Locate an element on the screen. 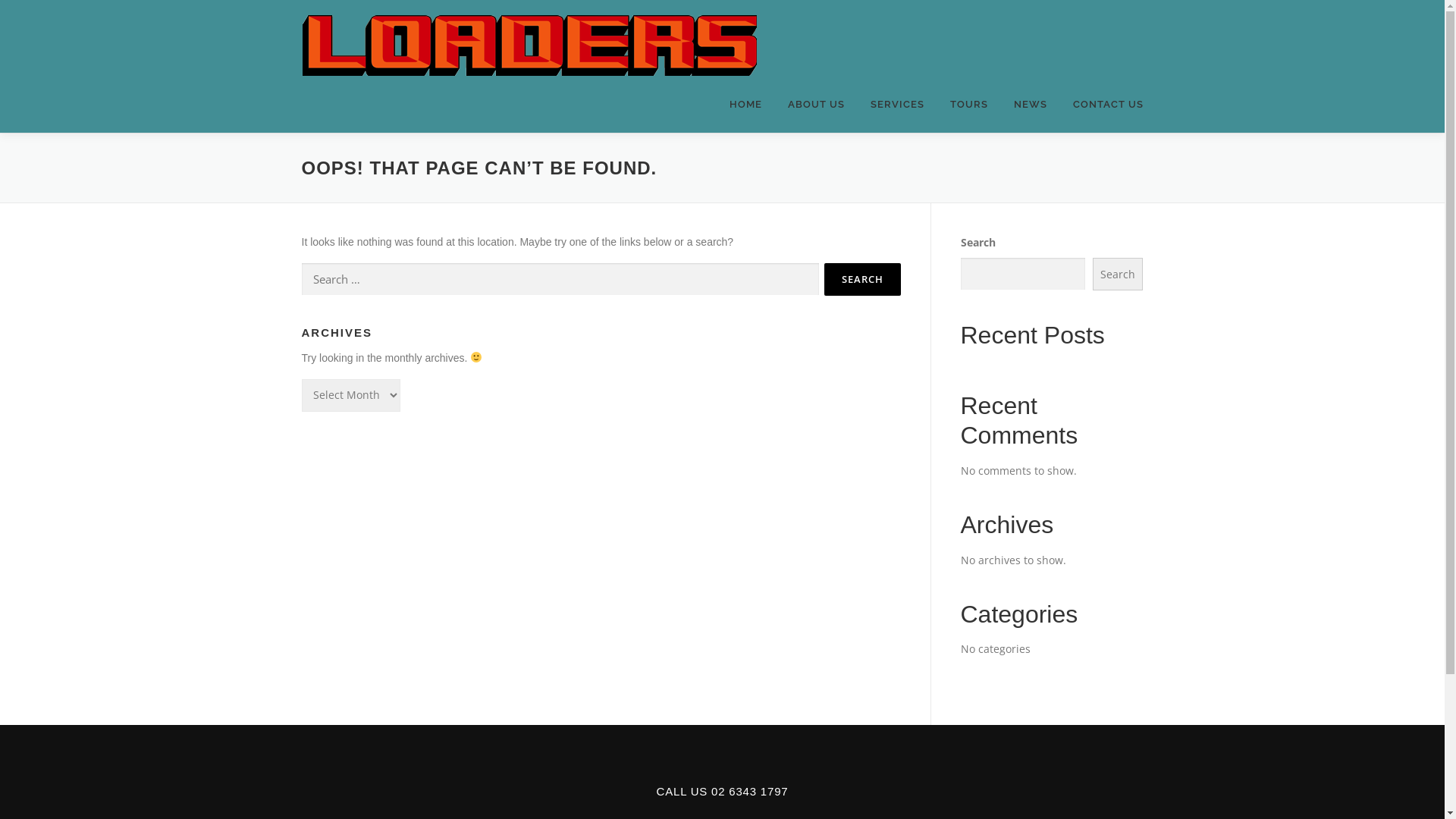 Image resolution: width=1456 pixels, height=819 pixels. 'NEWS' is located at coordinates (1030, 103).